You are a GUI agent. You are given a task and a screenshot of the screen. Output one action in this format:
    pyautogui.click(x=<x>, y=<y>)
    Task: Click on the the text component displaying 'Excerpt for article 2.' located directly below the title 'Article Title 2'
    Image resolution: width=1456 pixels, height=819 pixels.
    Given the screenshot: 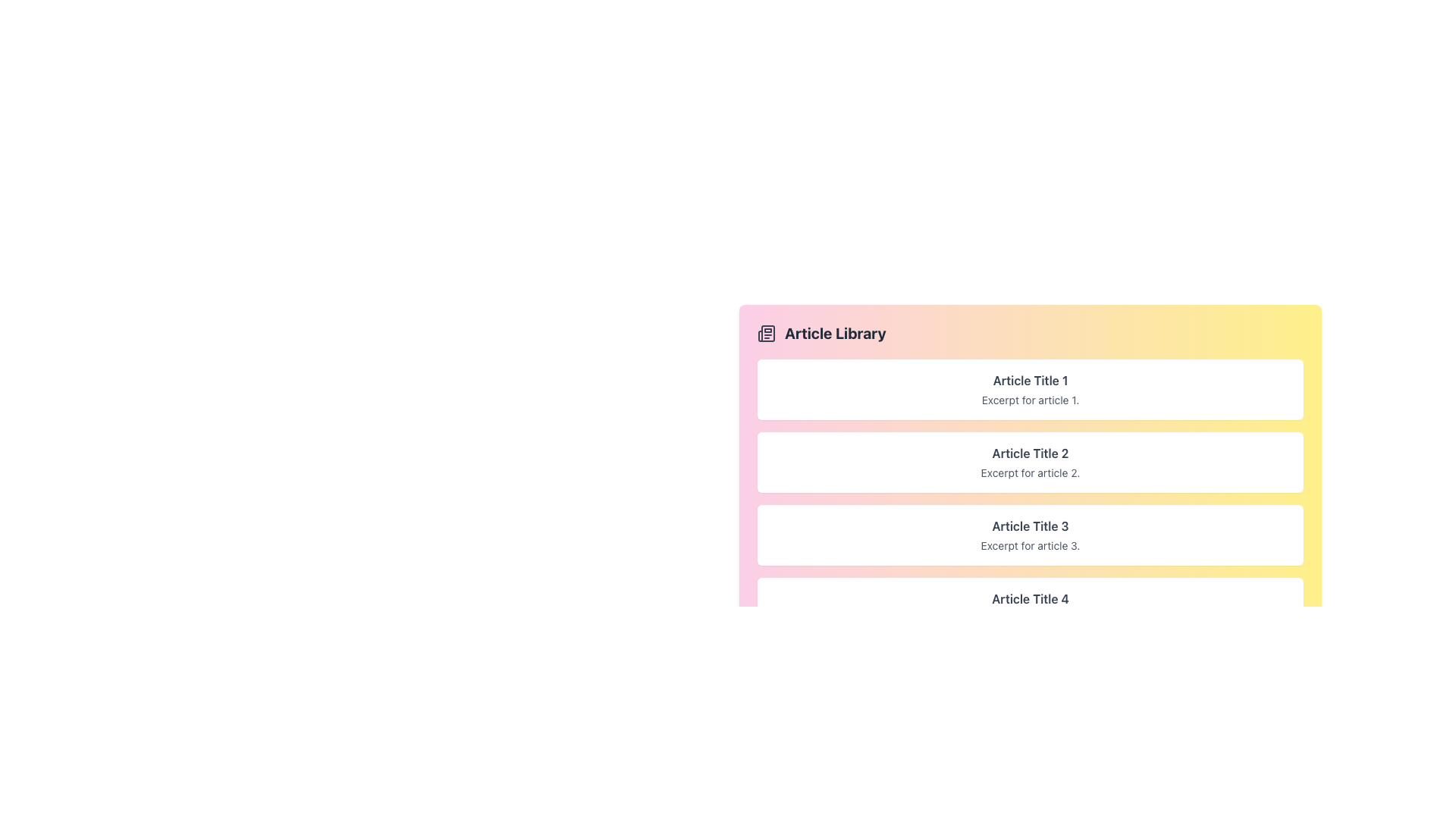 What is the action you would take?
    pyautogui.click(x=1030, y=472)
    